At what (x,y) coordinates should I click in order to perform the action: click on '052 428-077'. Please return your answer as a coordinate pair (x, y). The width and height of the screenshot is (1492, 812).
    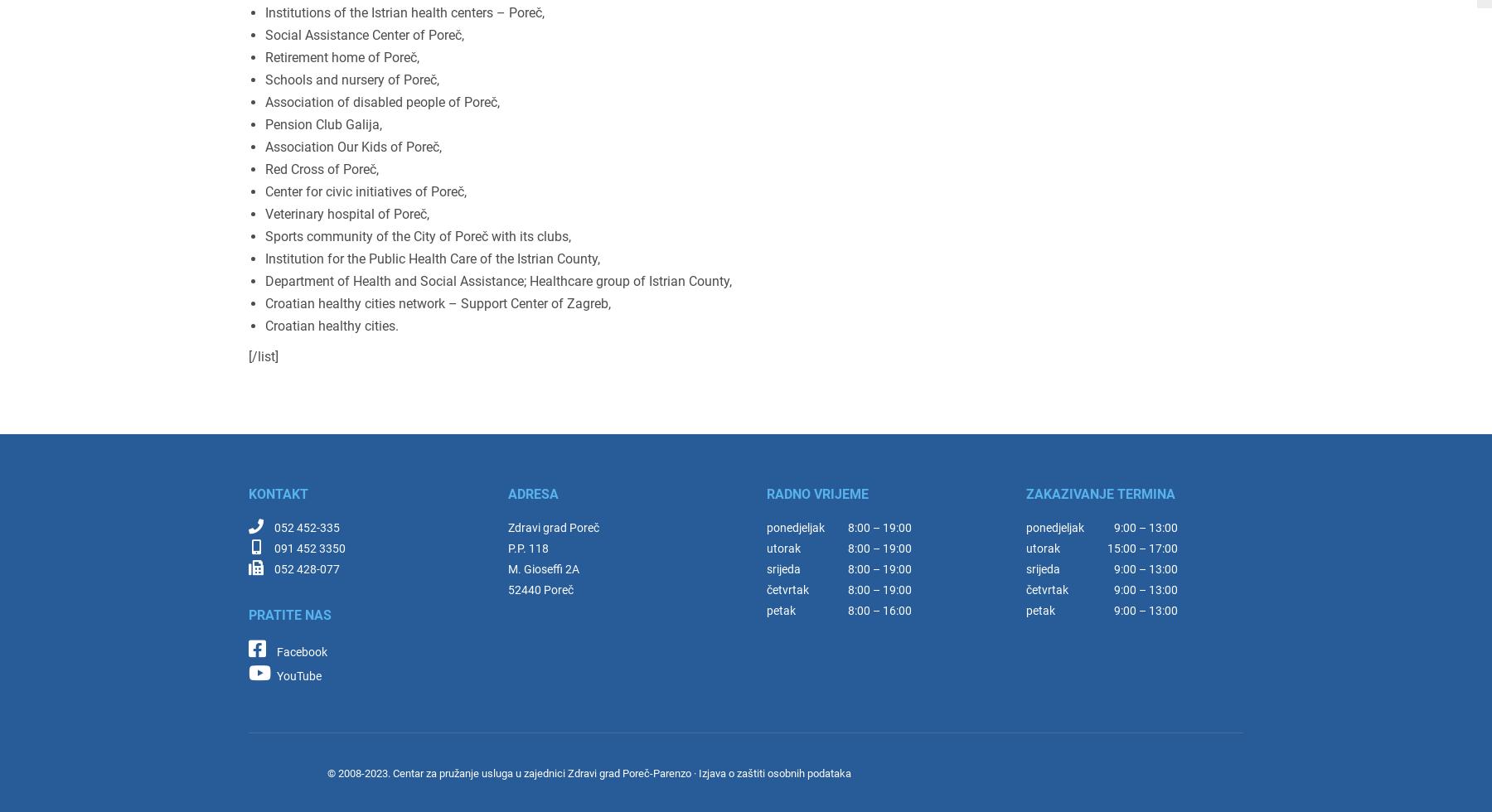
    Looking at the image, I should click on (306, 568).